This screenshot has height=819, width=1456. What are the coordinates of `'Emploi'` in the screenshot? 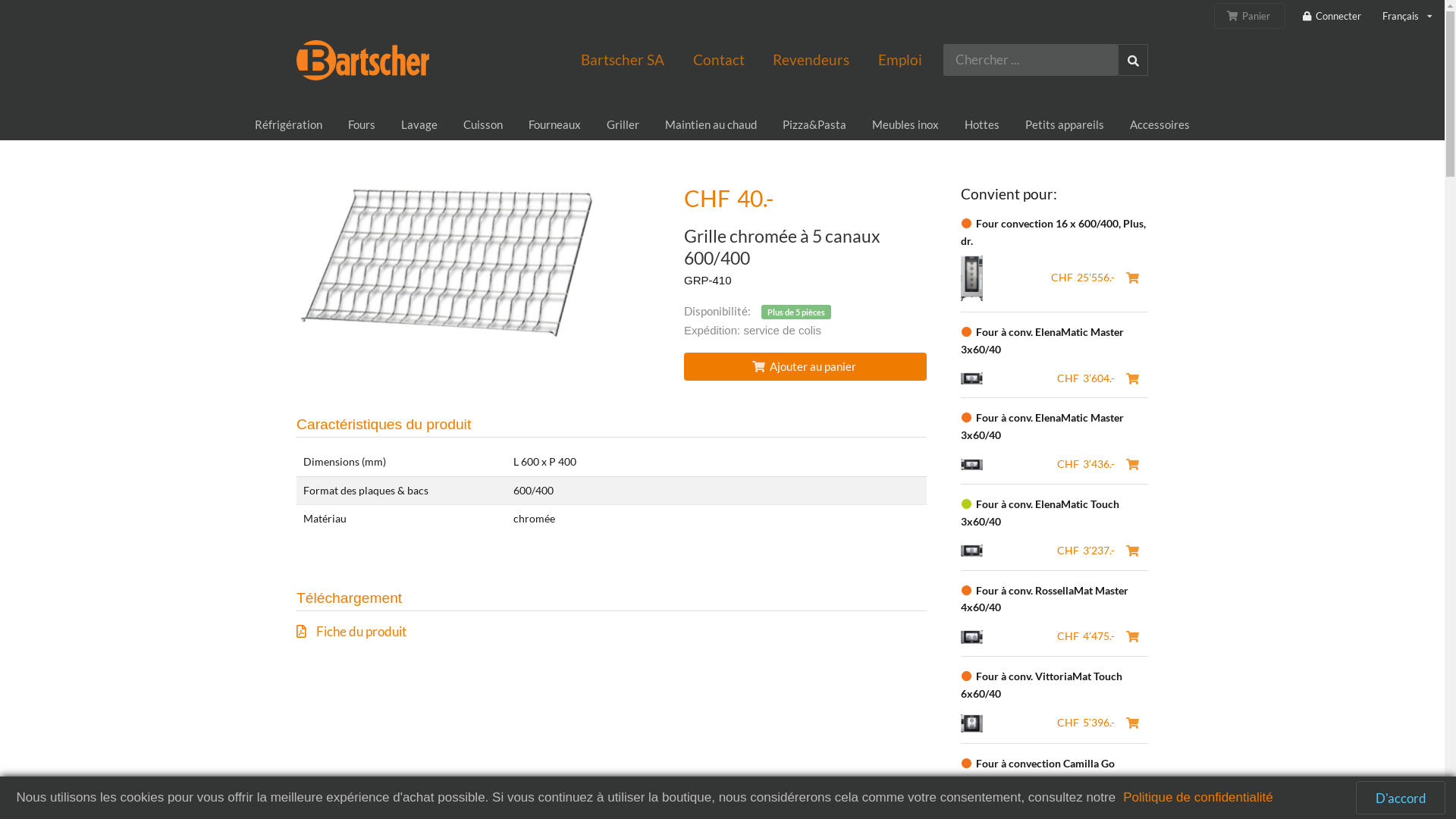 It's located at (899, 58).